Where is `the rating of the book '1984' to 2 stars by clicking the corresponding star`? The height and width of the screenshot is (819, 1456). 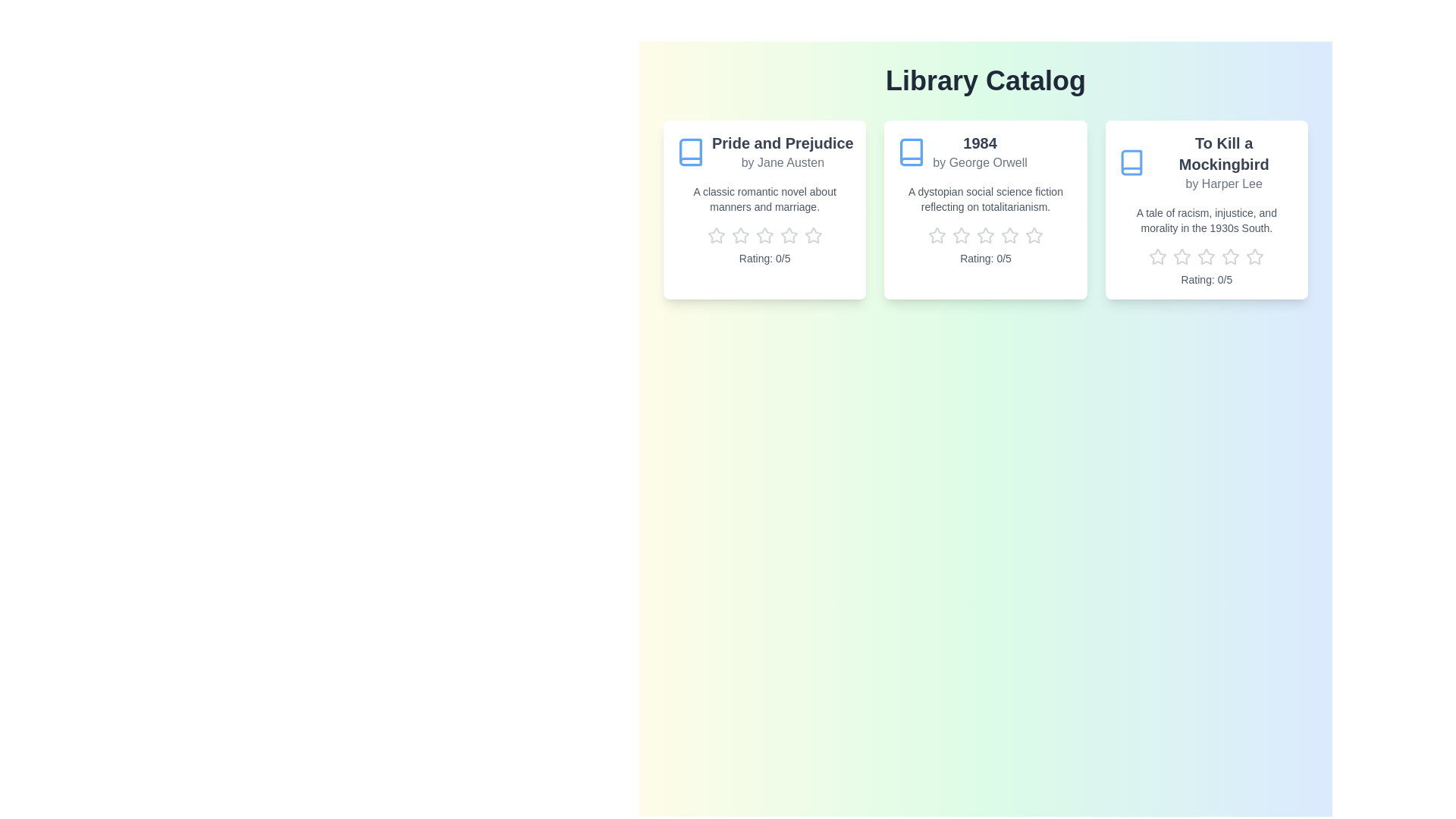 the rating of the book '1984' to 2 stars by clicking the corresponding star is located at coordinates (960, 236).